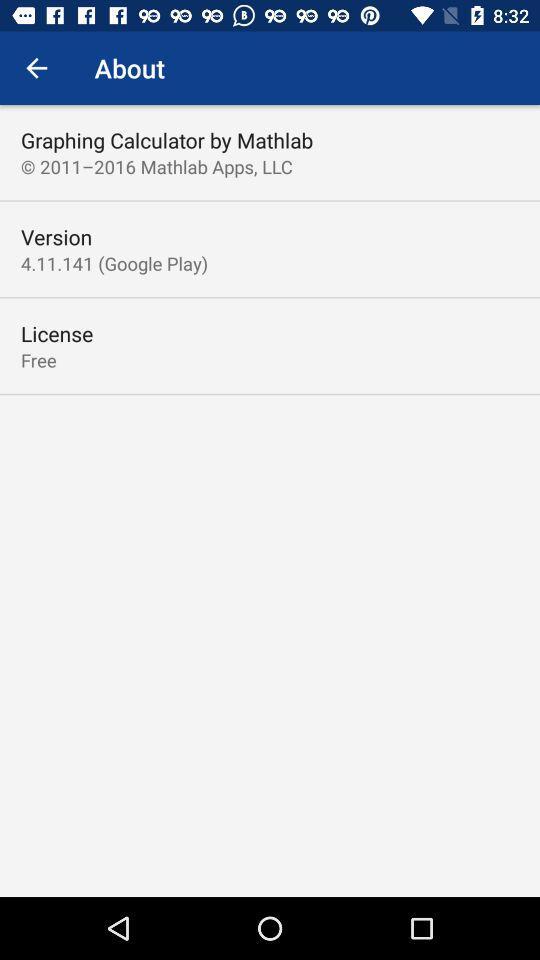  Describe the element at coordinates (166, 139) in the screenshot. I see `icon above 2011 2016 mathlab item` at that location.